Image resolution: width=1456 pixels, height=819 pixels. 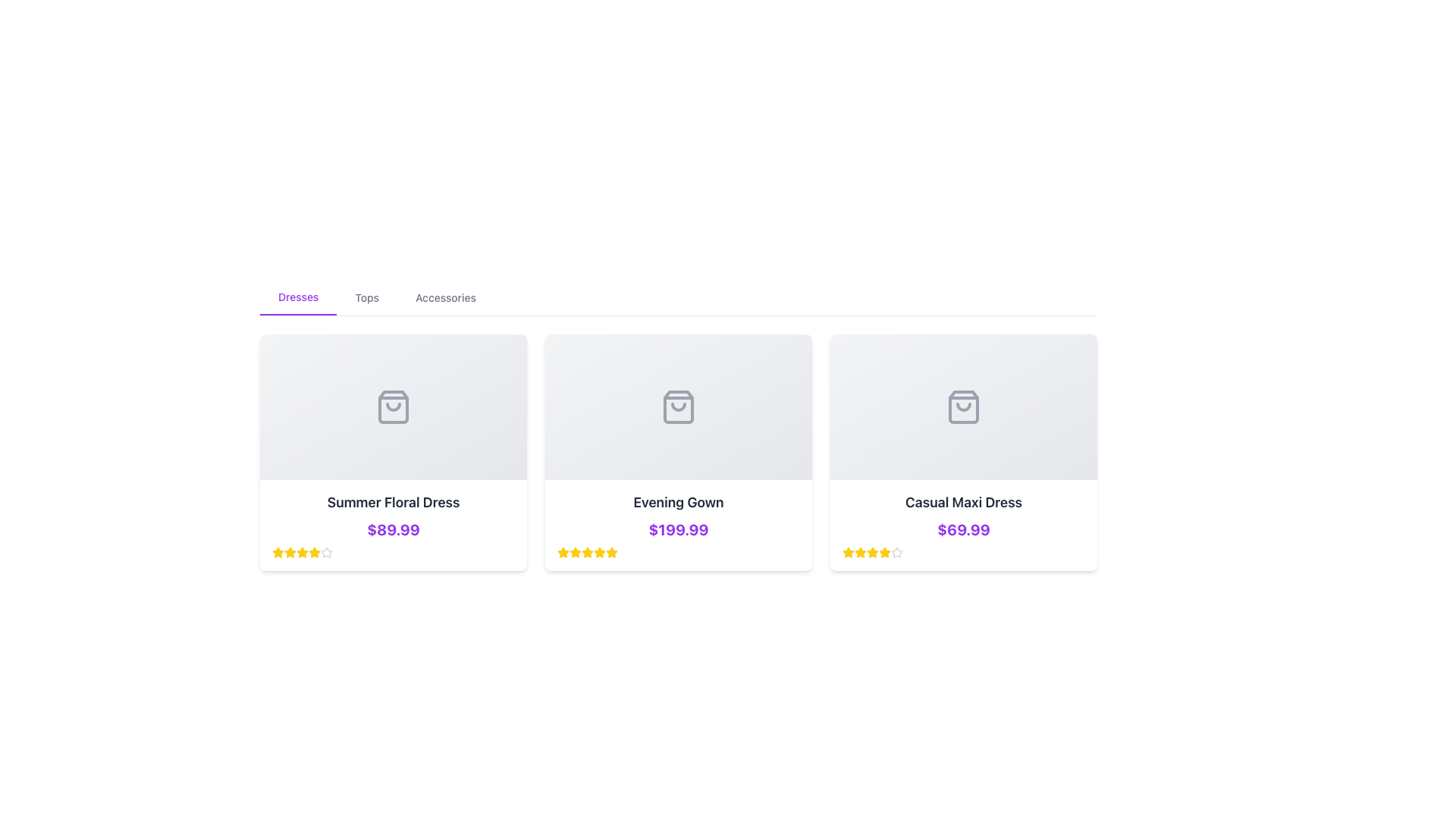 I want to click on the characteristics of the filled star icon representing the rating for the 'Casual Maxi Dress' located in the second column of the star rating system, which is the third star from the left, so click(x=860, y=553).